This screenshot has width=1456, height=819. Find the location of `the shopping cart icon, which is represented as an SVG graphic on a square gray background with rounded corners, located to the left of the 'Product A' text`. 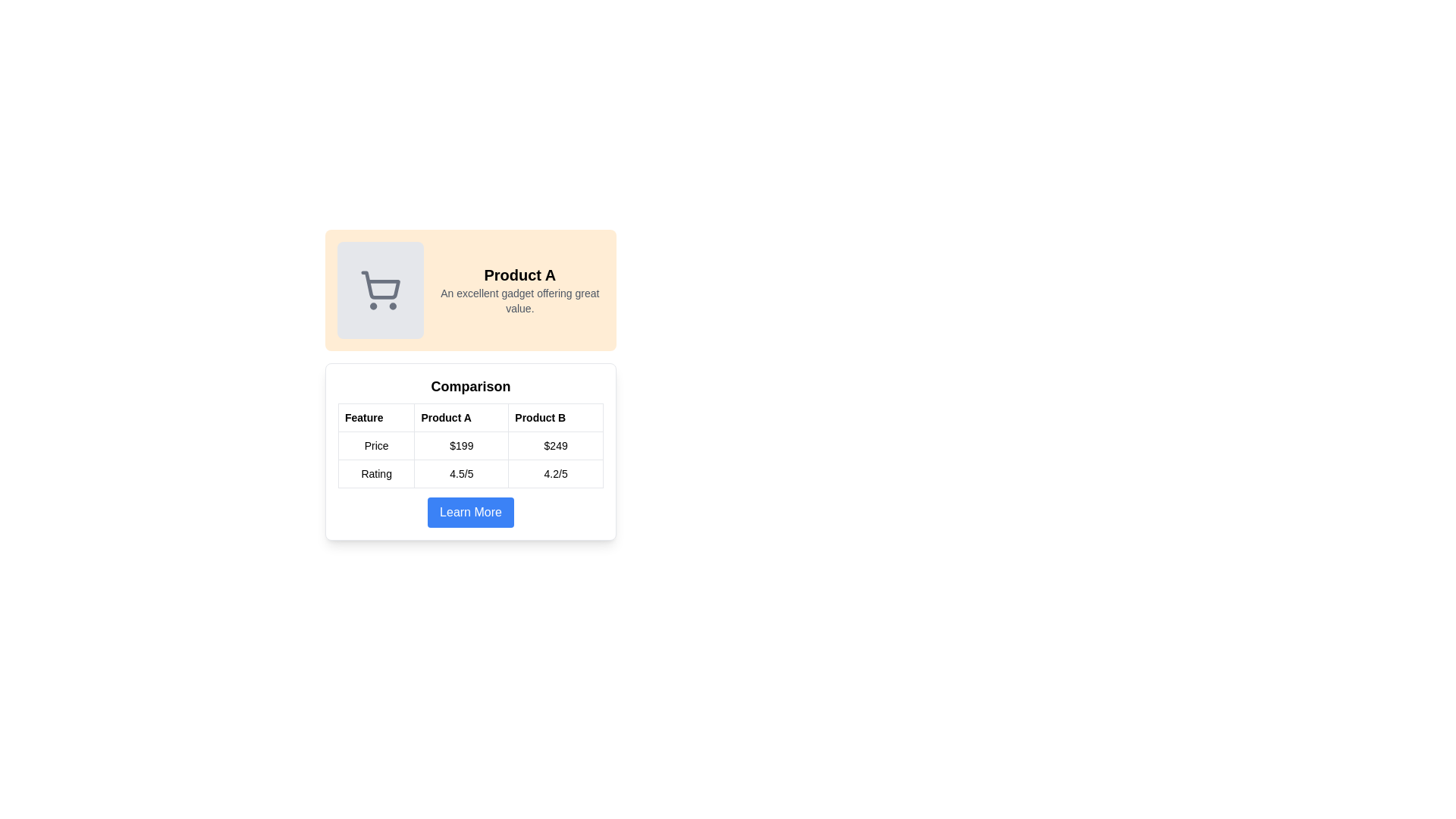

the shopping cart icon, which is represented as an SVG graphic on a square gray background with rounded corners, located to the left of the 'Product A' text is located at coordinates (380, 290).